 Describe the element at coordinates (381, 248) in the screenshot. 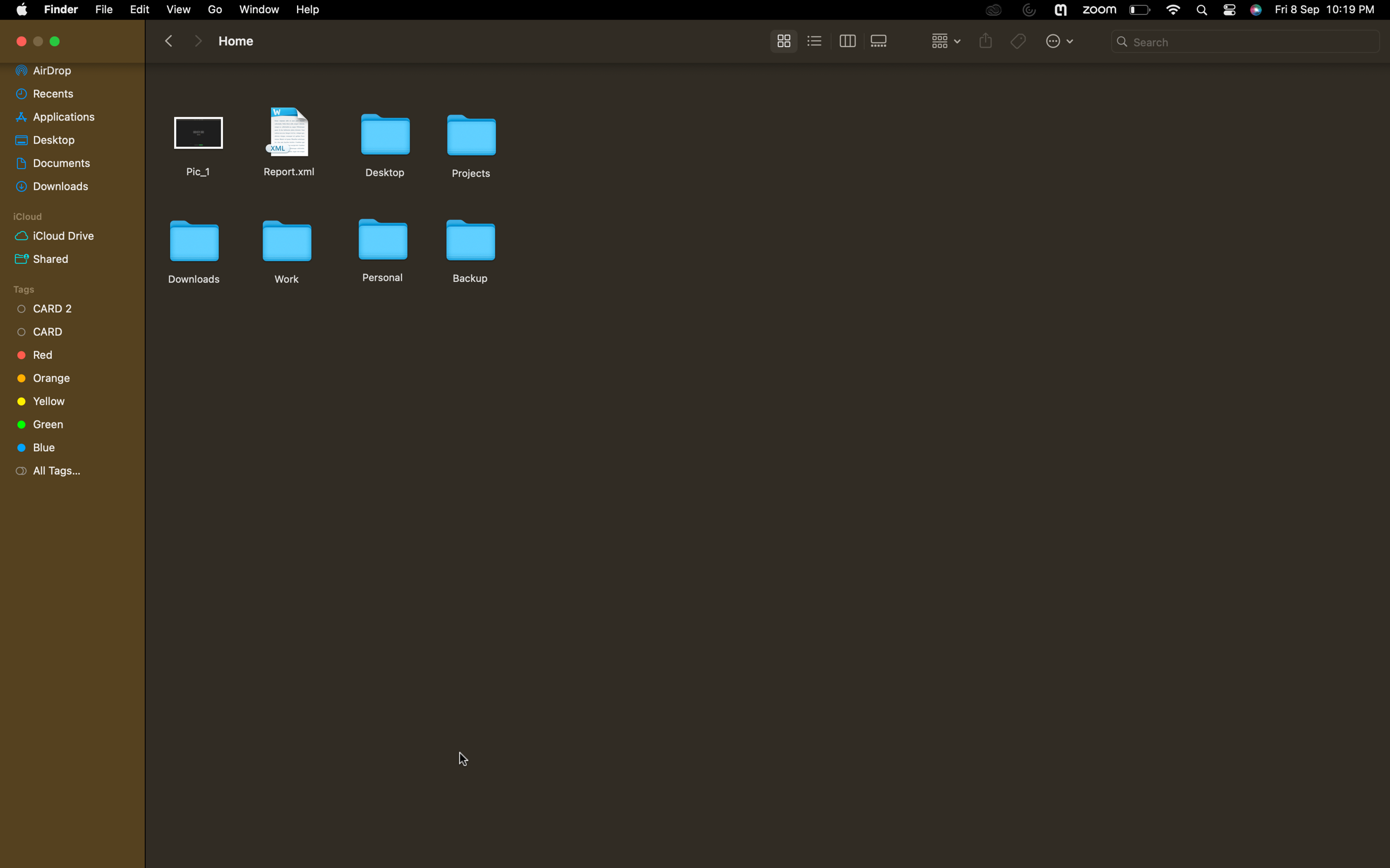

I see `Rename the personal folder to home` at that location.